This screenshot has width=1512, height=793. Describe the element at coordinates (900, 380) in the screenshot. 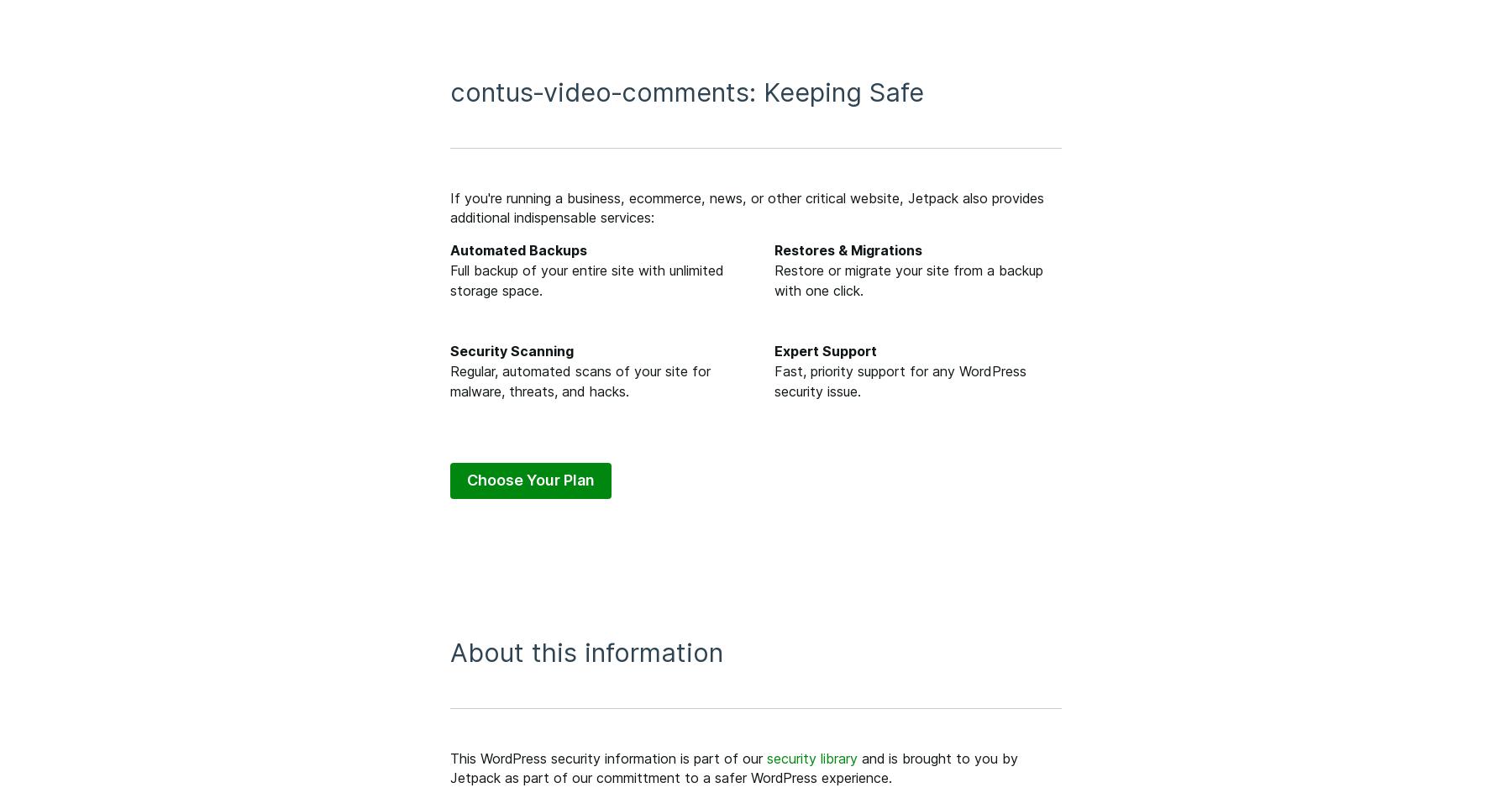

I see `'Fast, priority support for any WordPress security issue.'` at that location.